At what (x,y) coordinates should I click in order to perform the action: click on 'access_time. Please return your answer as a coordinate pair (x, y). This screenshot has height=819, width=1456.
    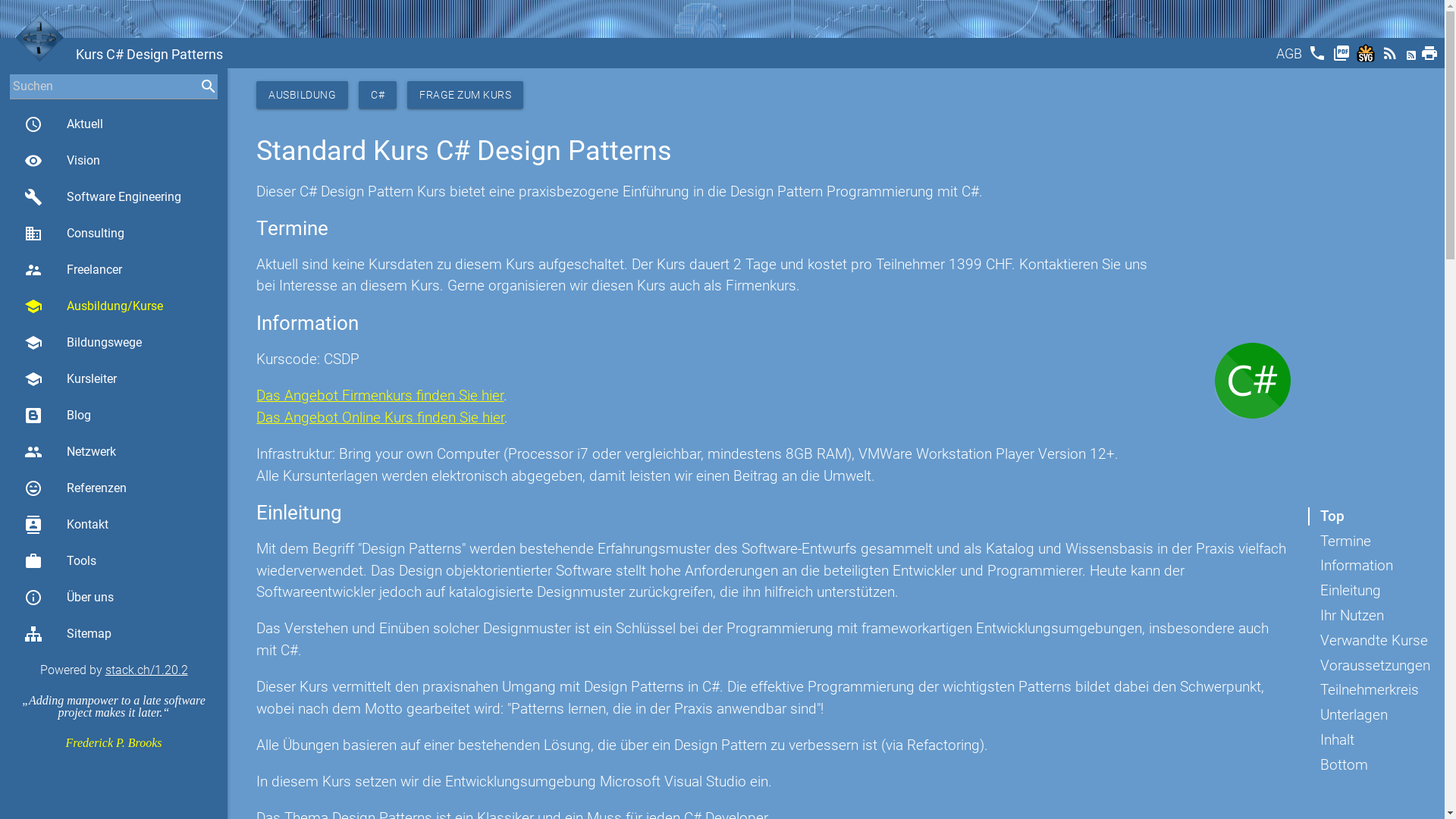
    Looking at the image, I should click on (112, 124).